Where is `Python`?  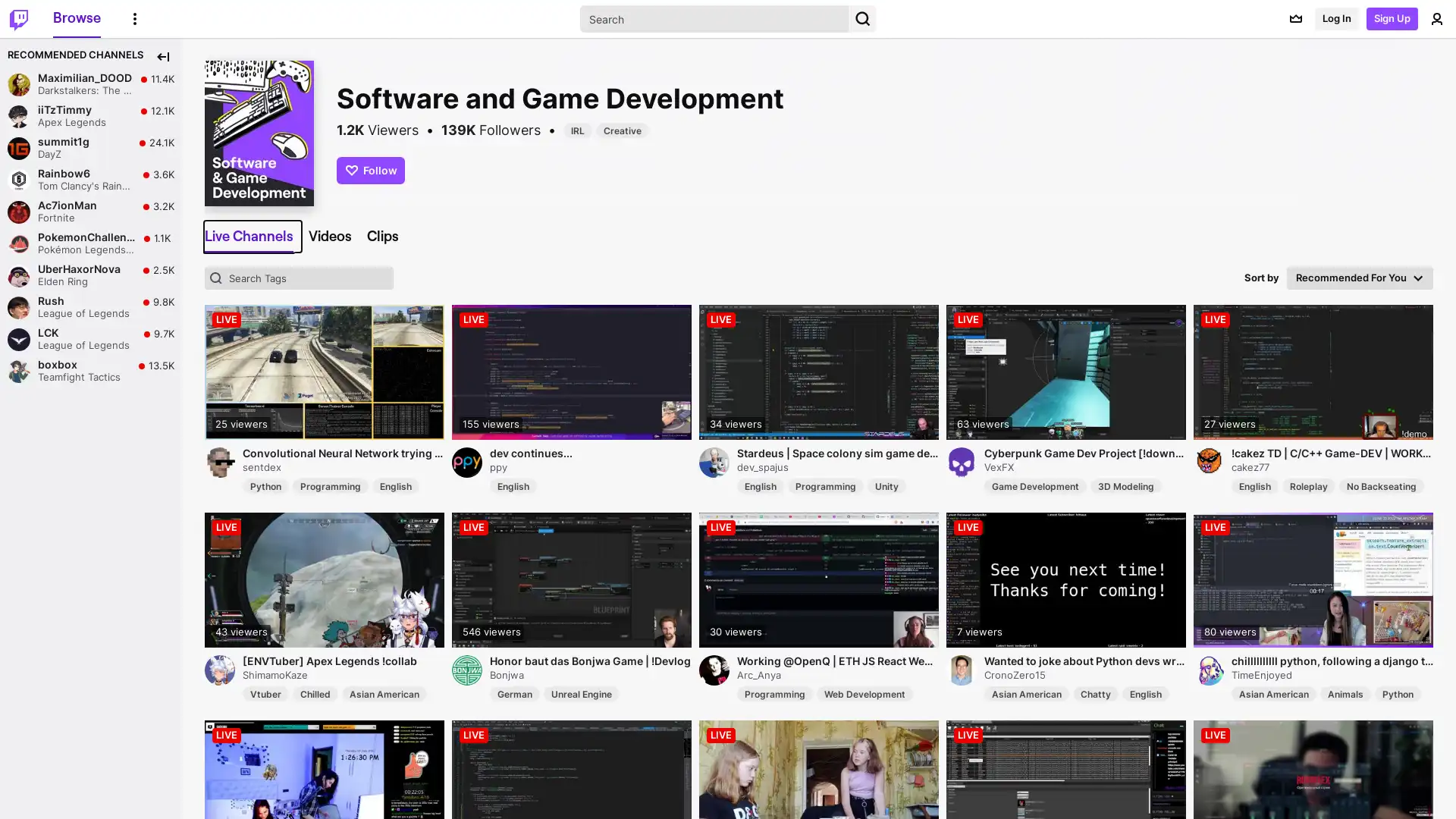 Python is located at coordinates (265, 485).